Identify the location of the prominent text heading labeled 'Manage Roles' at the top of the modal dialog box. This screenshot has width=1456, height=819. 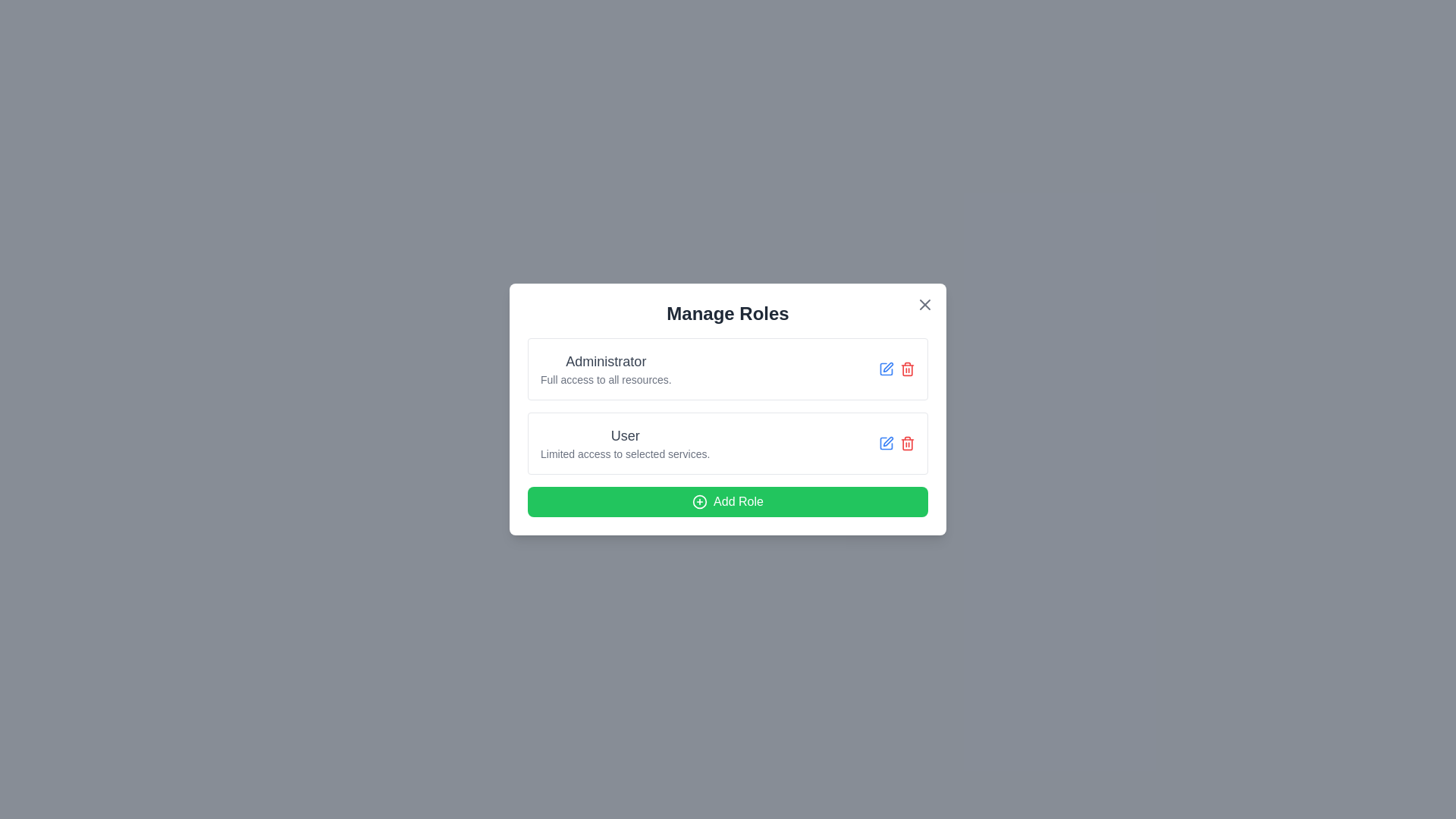
(728, 312).